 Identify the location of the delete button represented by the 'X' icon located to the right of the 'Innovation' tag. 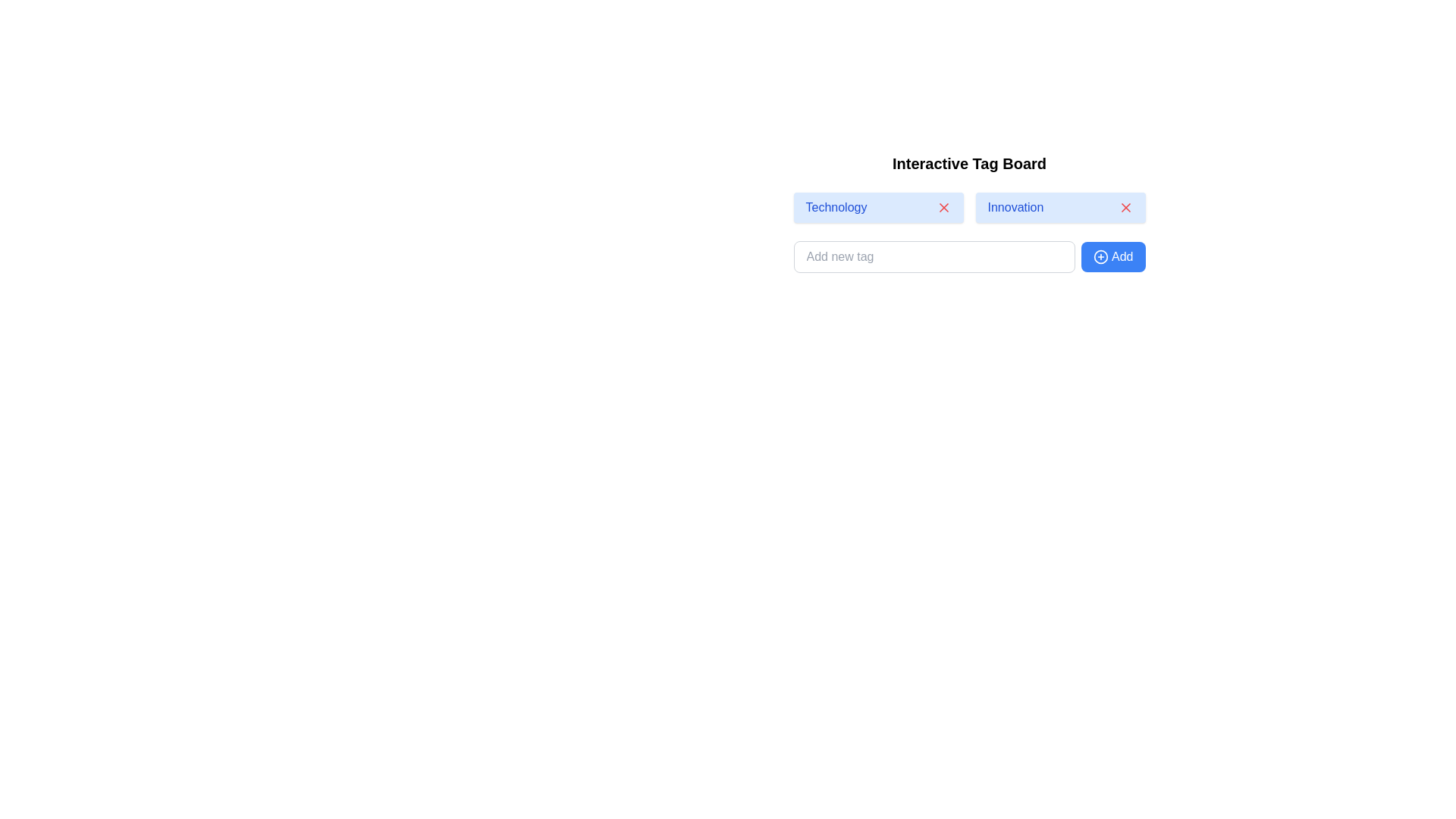
(1125, 207).